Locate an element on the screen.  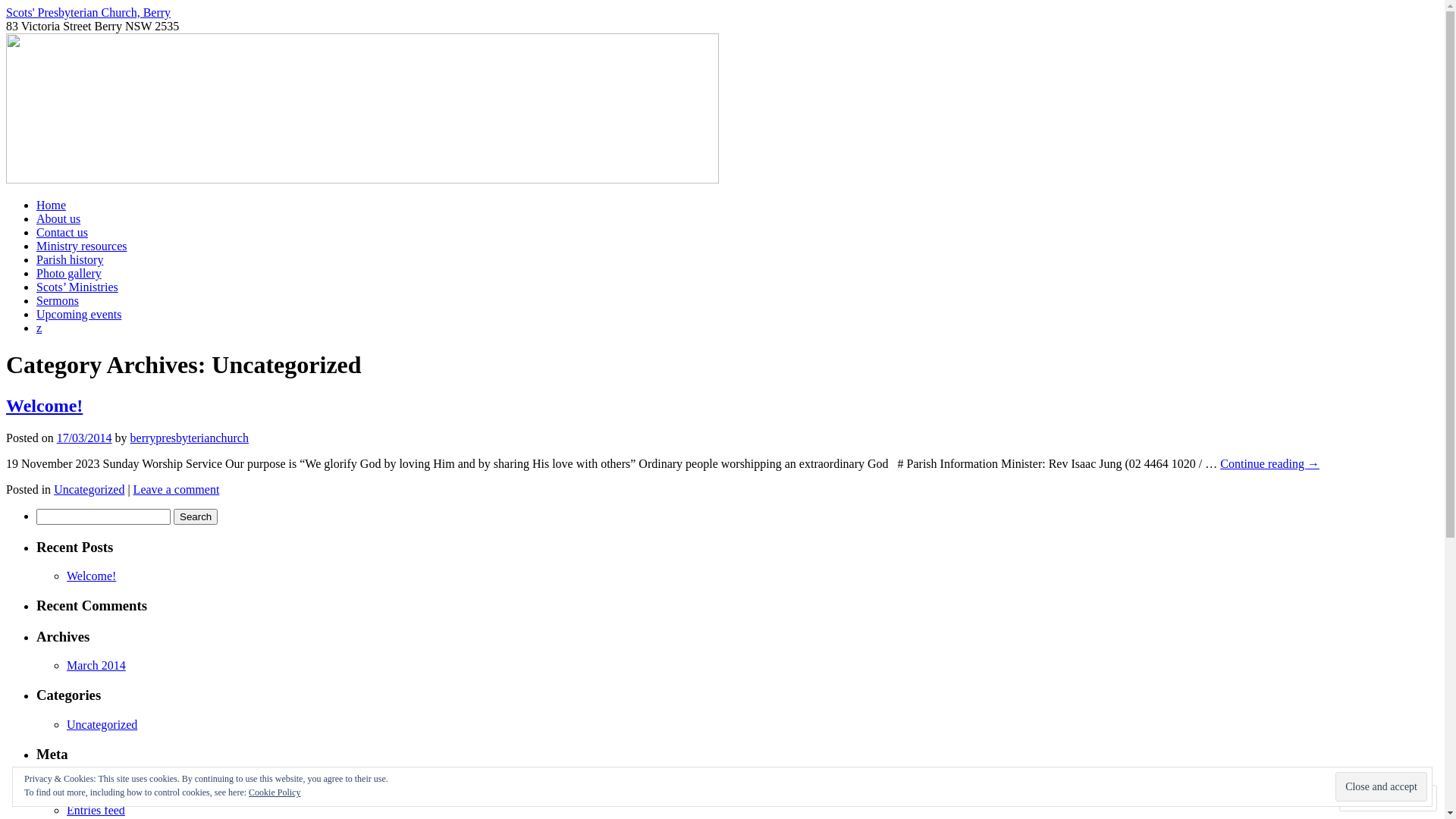
'Upcoming events' is located at coordinates (78, 313).